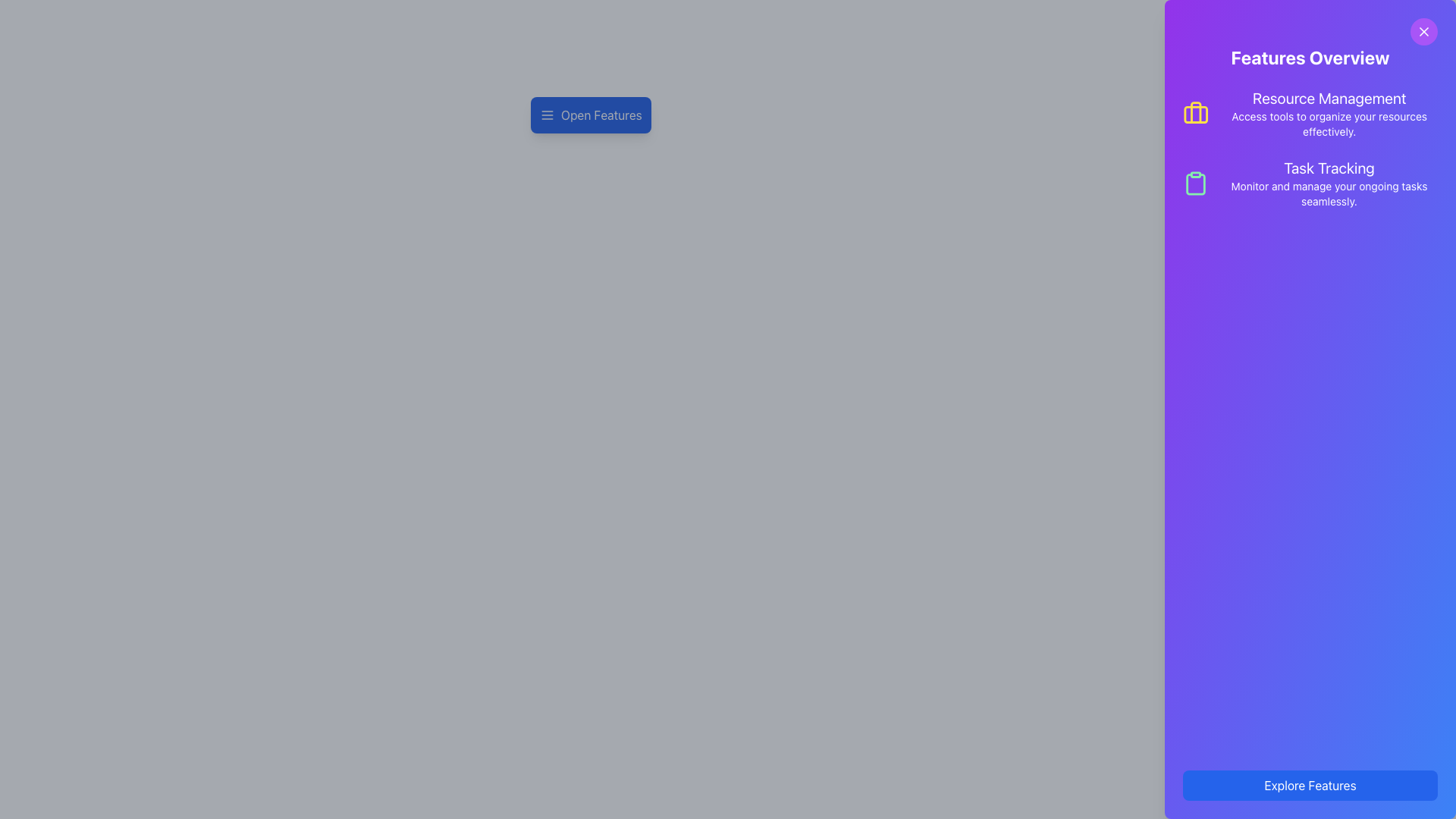  I want to click on the 'Open Features' button, which is a blue button with a menu icon on the left, located in the top-left corner of the interface, so click(590, 114).